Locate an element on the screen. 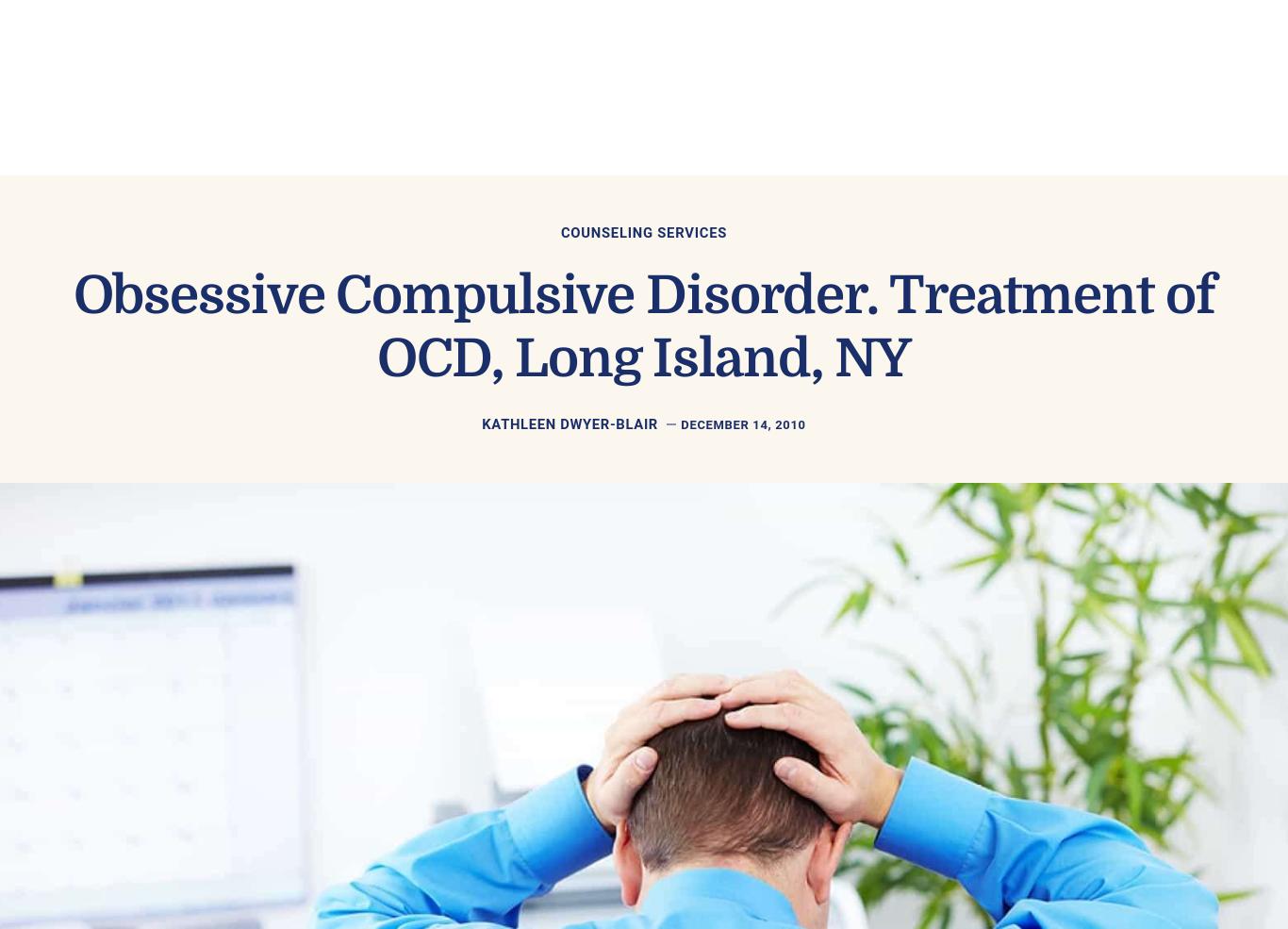  'Email' is located at coordinates (352, 594).